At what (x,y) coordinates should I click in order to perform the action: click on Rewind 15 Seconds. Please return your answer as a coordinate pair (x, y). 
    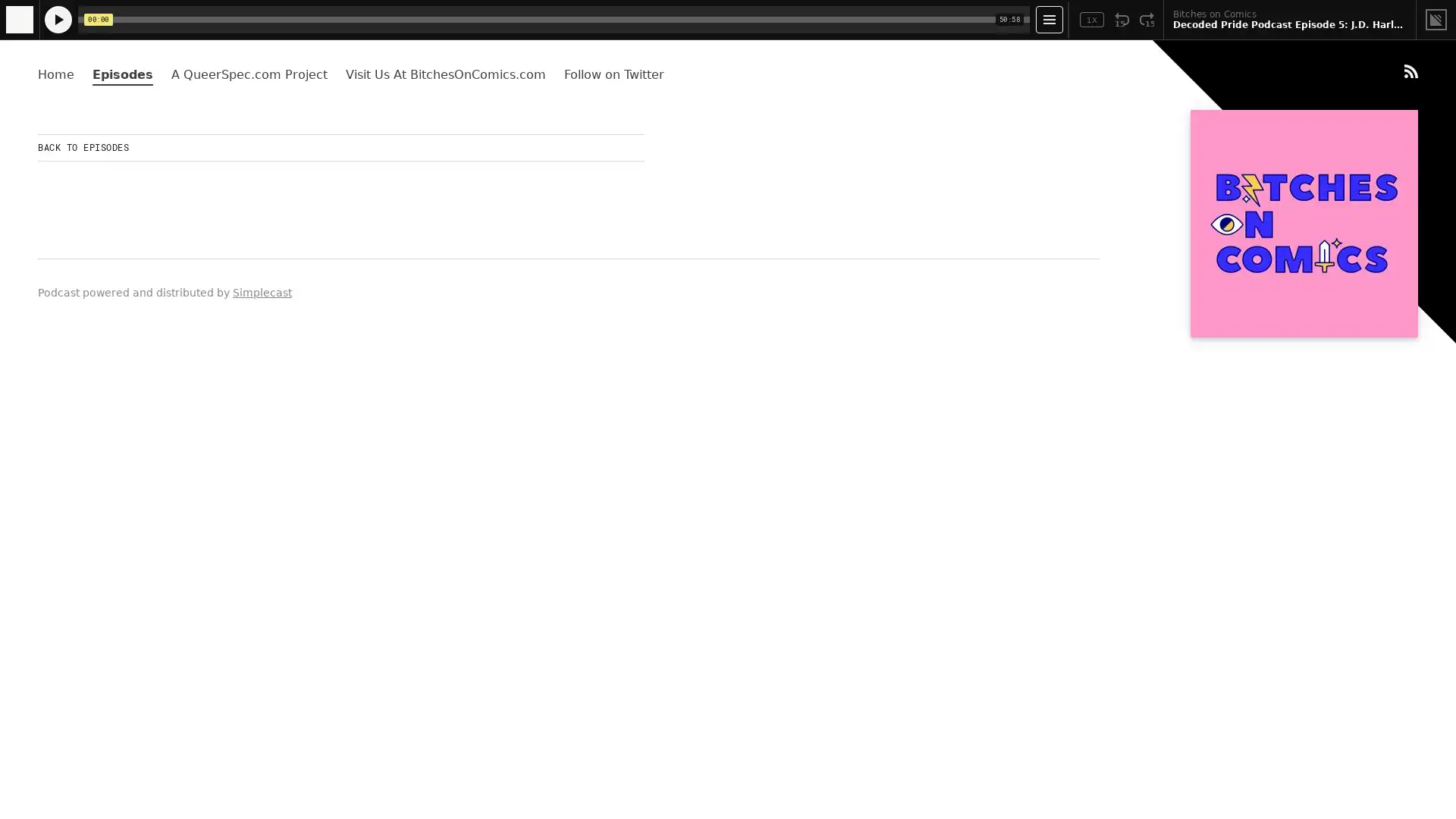
    Looking at the image, I should click on (1122, 20).